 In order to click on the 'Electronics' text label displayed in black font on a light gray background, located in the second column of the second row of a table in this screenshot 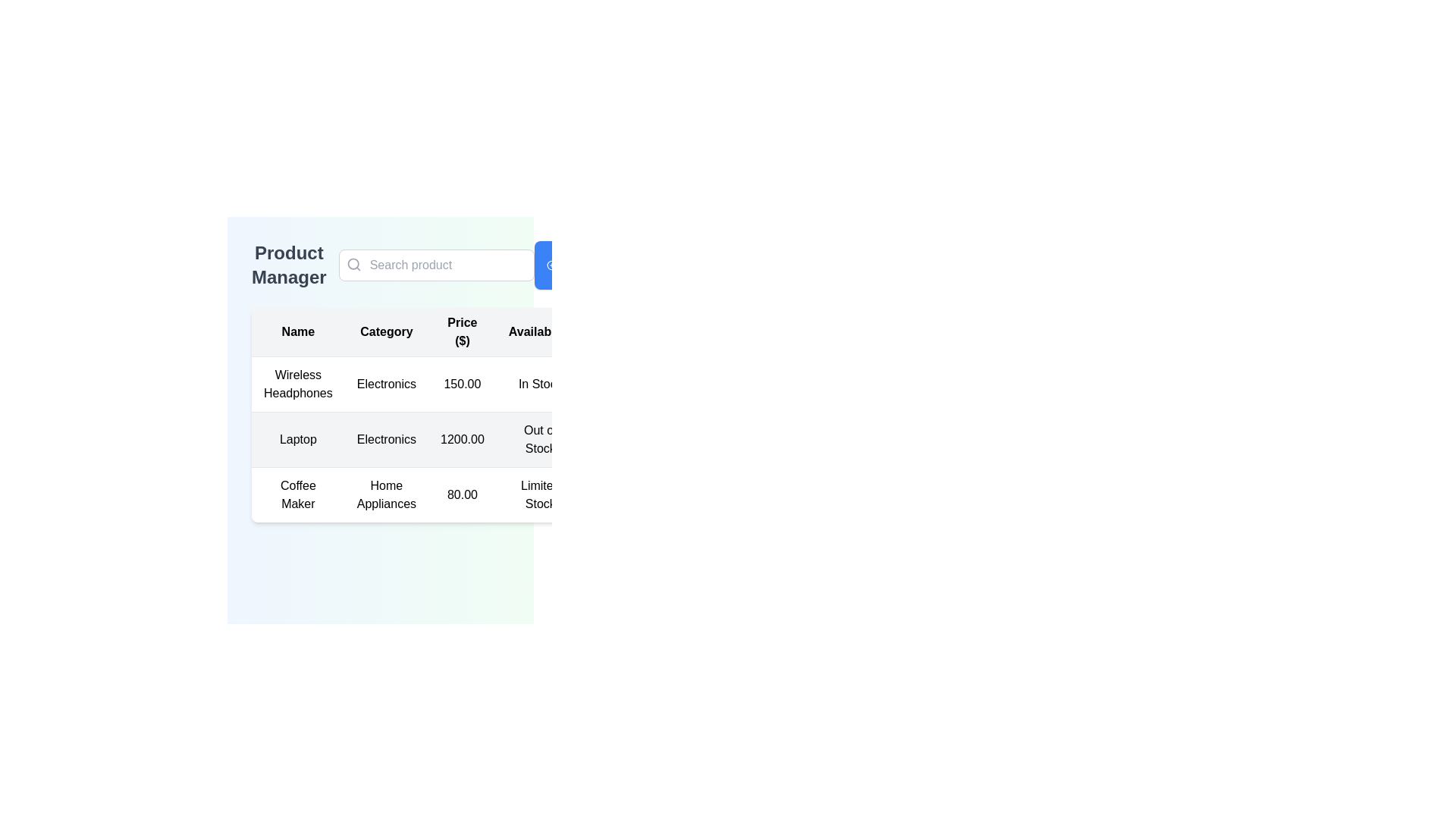, I will do `click(386, 439)`.